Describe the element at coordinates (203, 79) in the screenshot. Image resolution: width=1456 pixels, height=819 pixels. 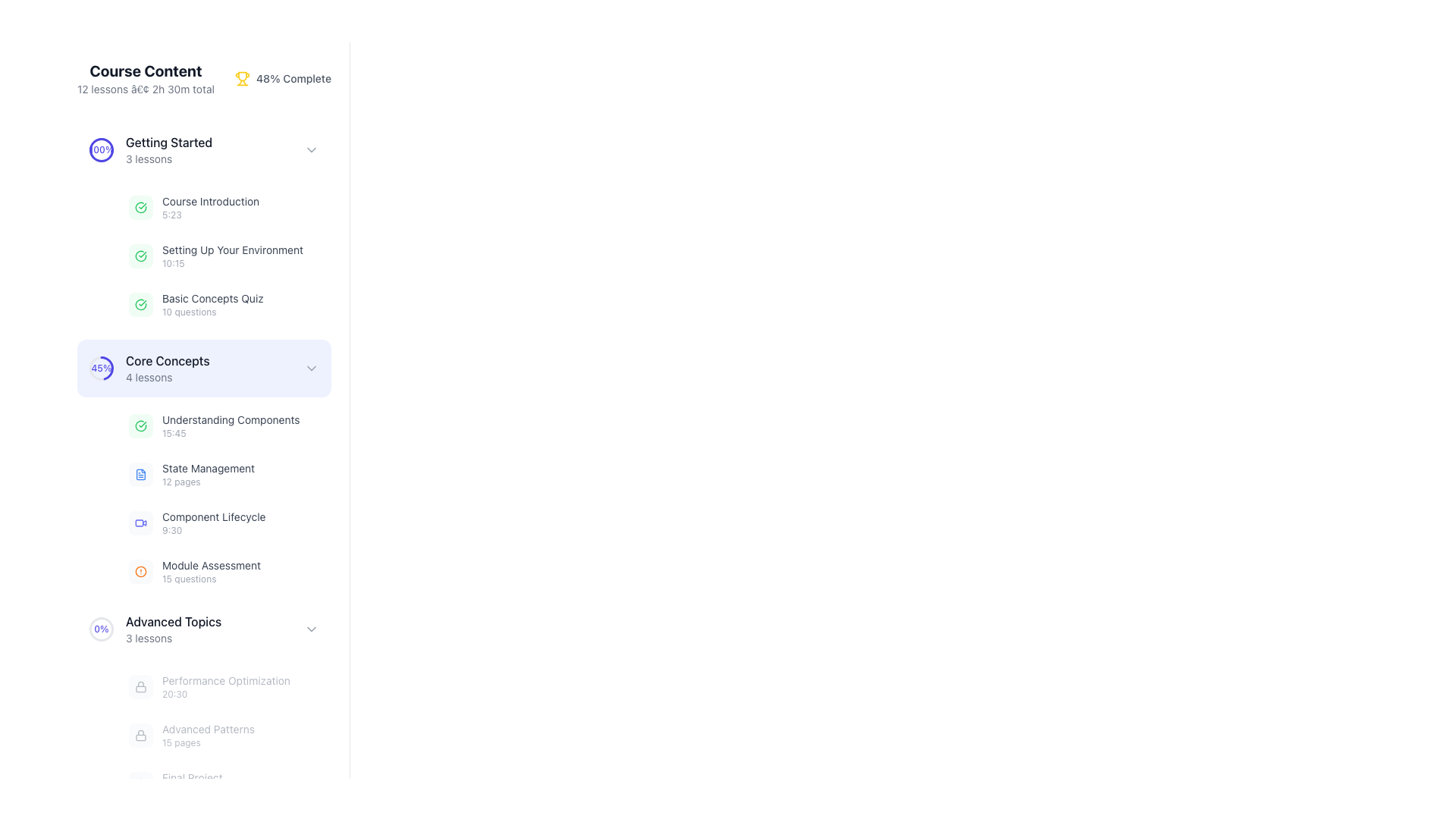
I see `course details and progress information from the Header component located at the top of the side panel` at that location.